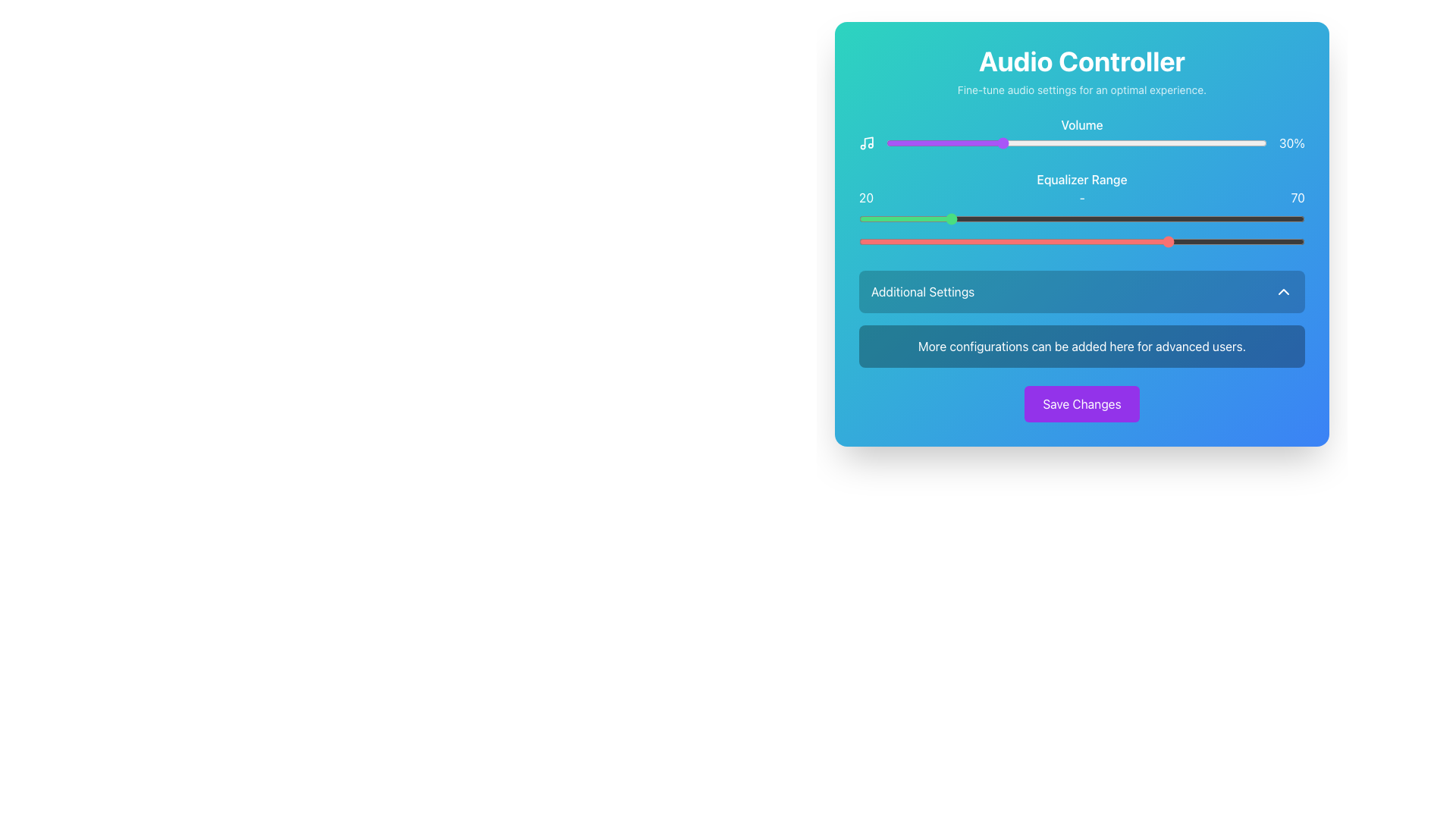  What do you see at coordinates (1217, 143) in the screenshot?
I see `the volume slider` at bounding box center [1217, 143].